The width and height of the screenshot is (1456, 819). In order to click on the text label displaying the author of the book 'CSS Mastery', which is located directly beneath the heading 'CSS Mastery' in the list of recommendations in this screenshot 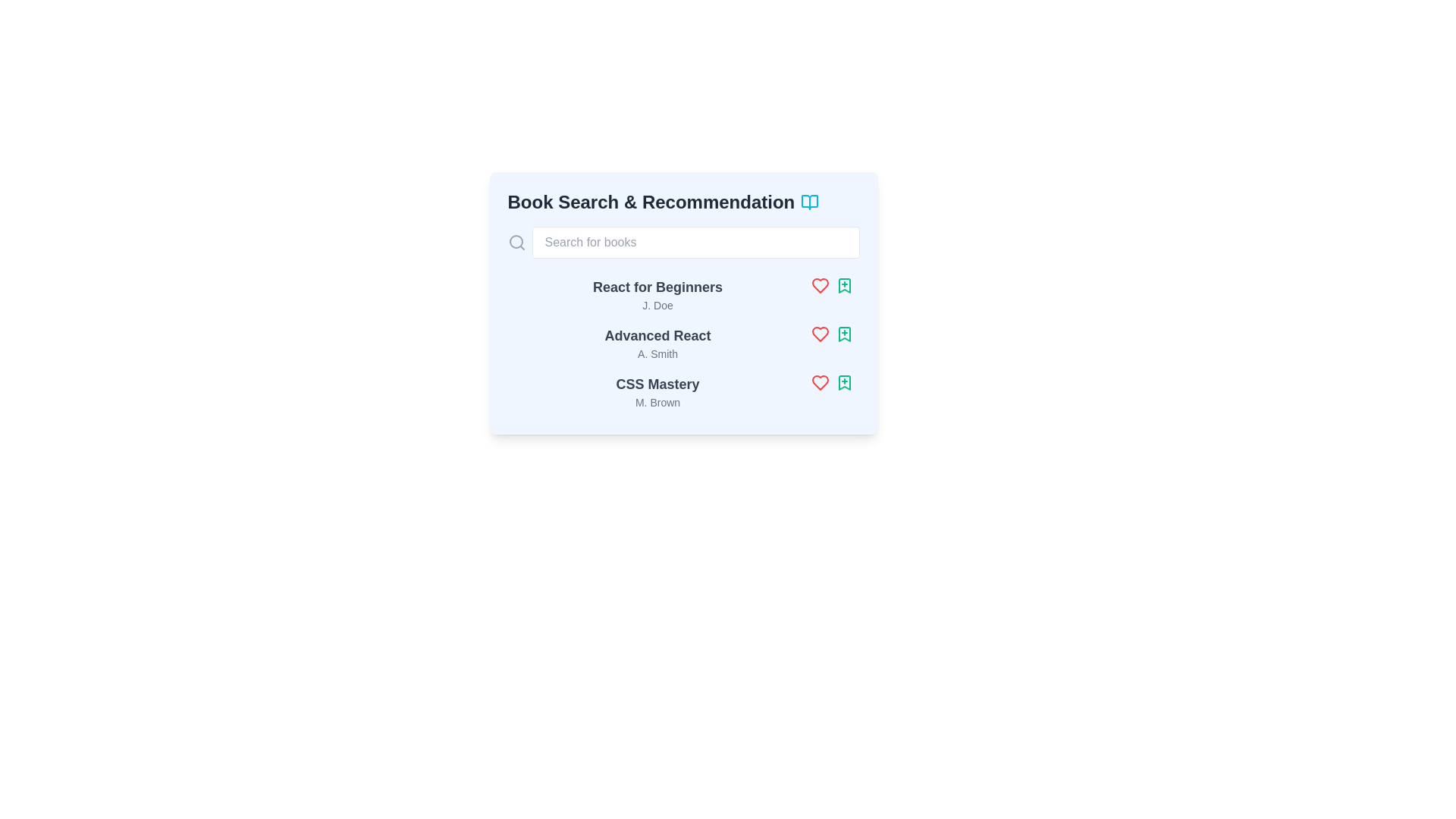, I will do `click(657, 402)`.